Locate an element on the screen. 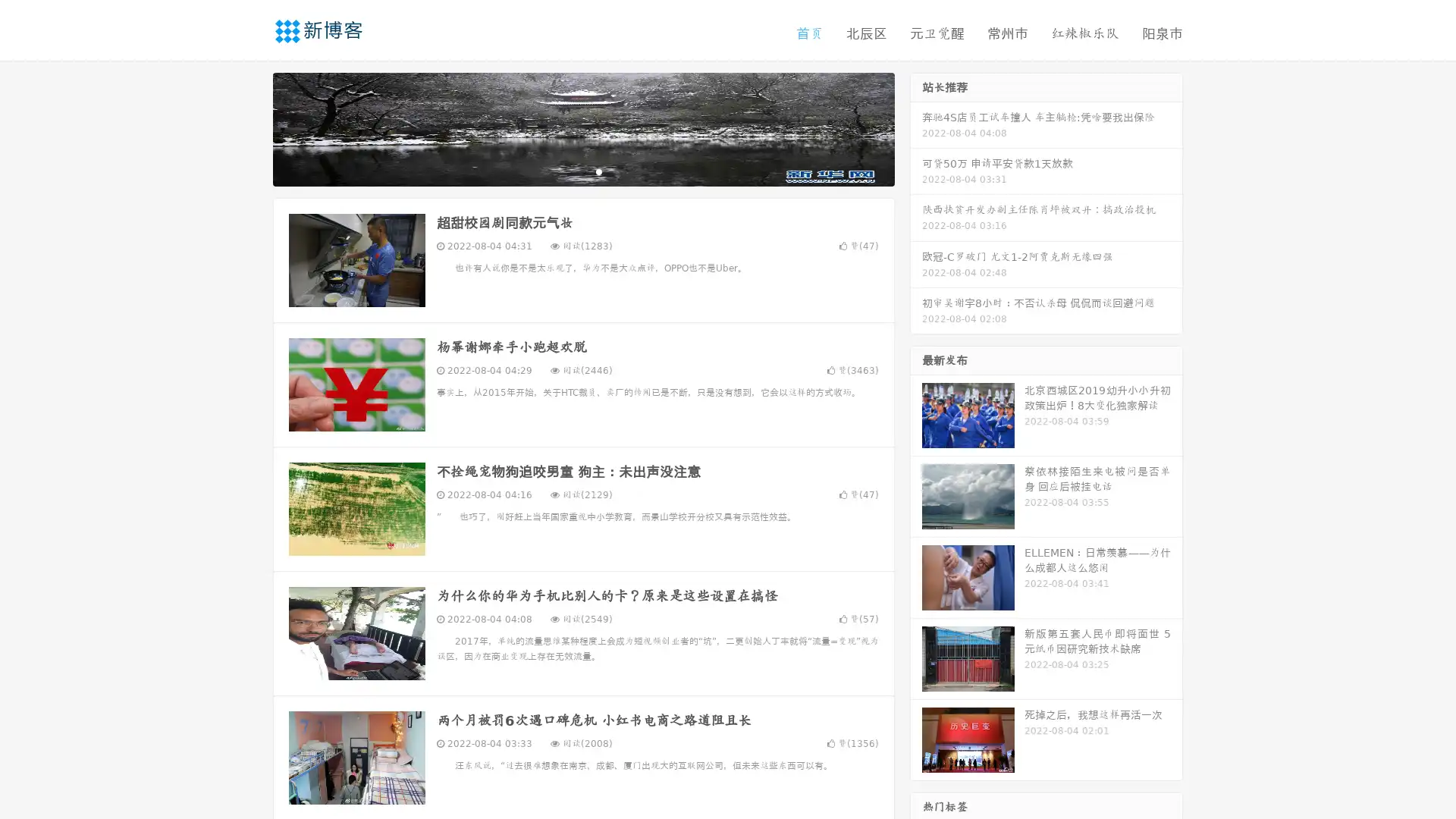  Go to slide 3 is located at coordinates (598, 171).